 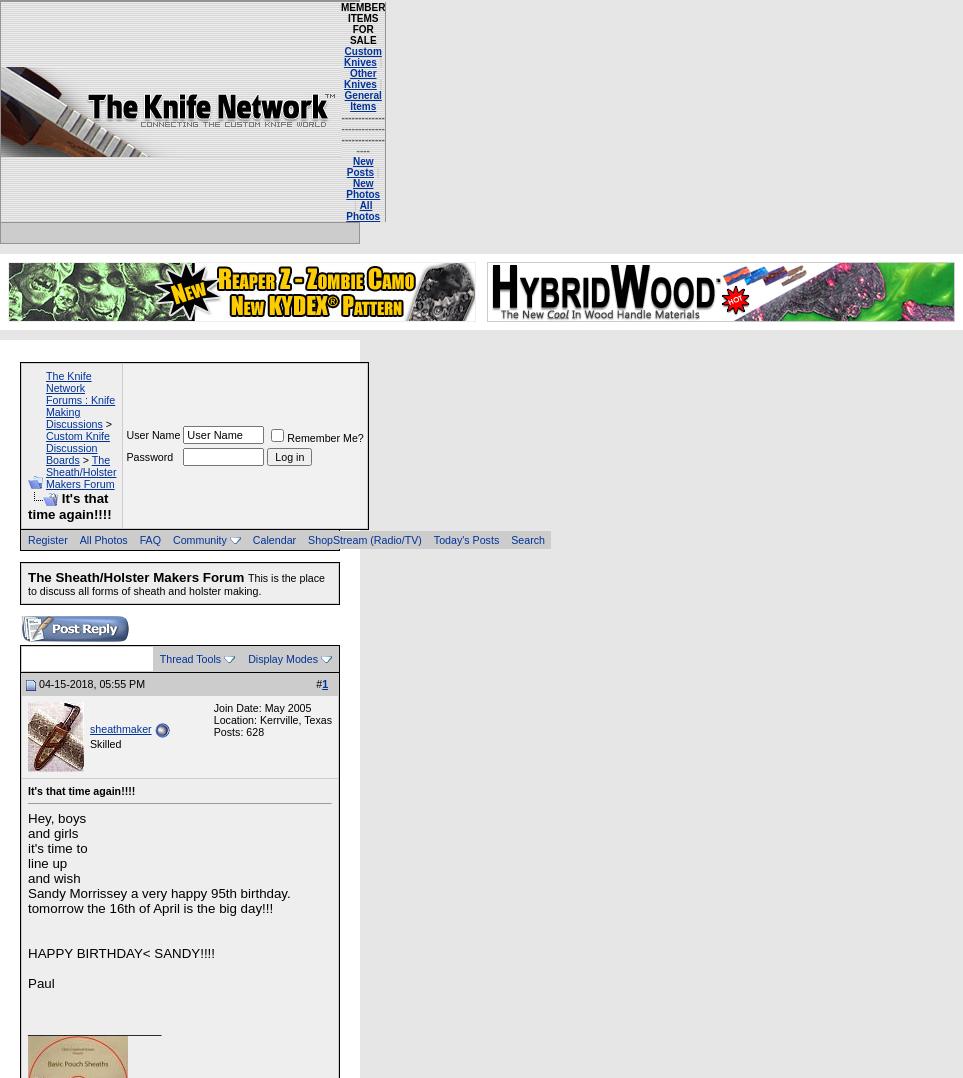 What do you see at coordinates (198, 539) in the screenshot?
I see `'Community'` at bounding box center [198, 539].